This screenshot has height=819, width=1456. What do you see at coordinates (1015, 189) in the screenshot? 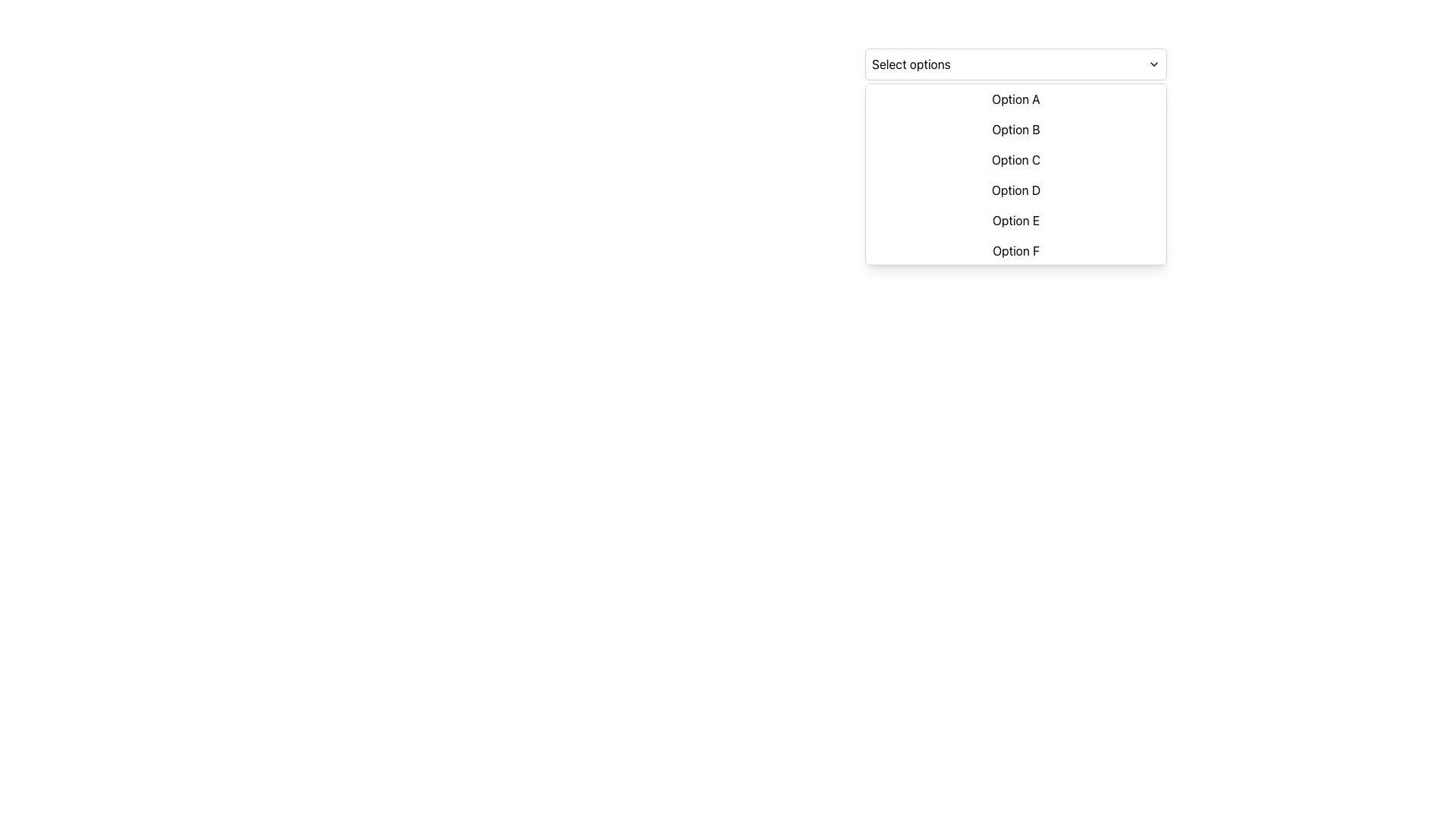
I see `to select the fourth item in the dropdown menu, which represents an option users can select from a list of options ranging from 'Option A' to 'Option Z'` at bounding box center [1015, 189].